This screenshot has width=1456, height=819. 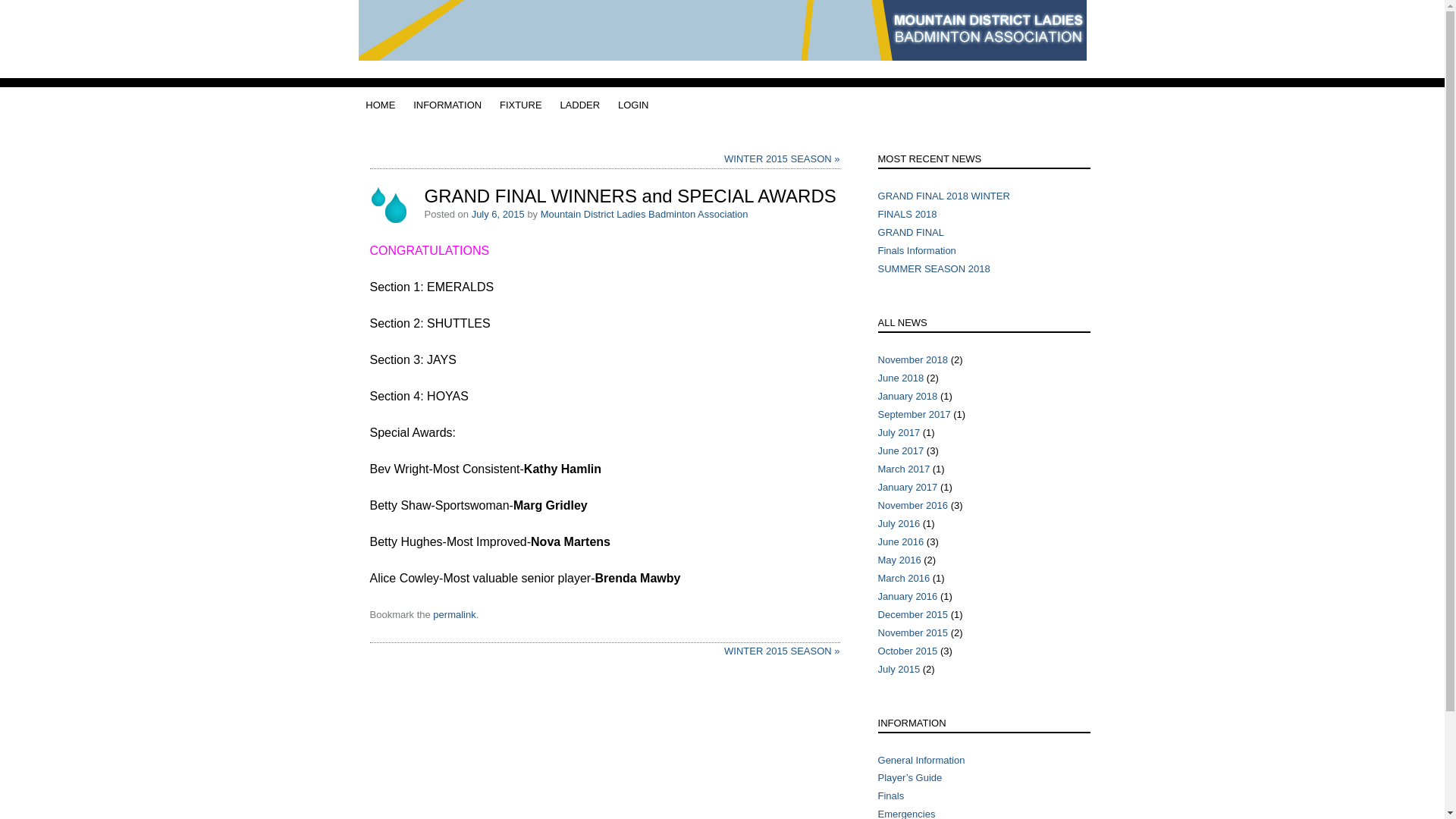 What do you see at coordinates (723, 650) in the screenshot?
I see `'WINTER 2015 SEASON'` at bounding box center [723, 650].